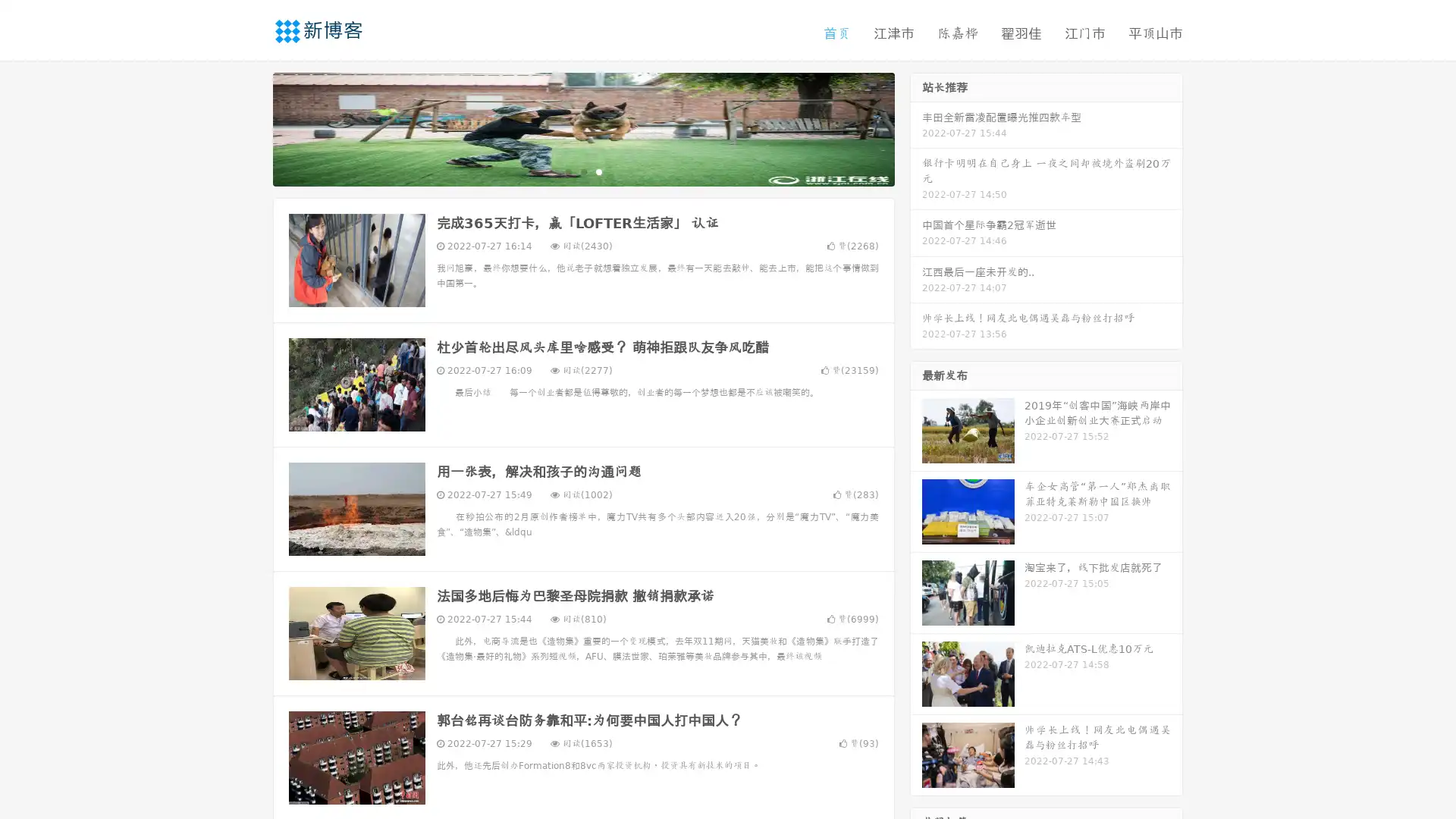 This screenshot has width=1456, height=819. What do you see at coordinates (582, 171) in the screenshot?
I see `Go to slide 2` at bounding box center [582, 171].